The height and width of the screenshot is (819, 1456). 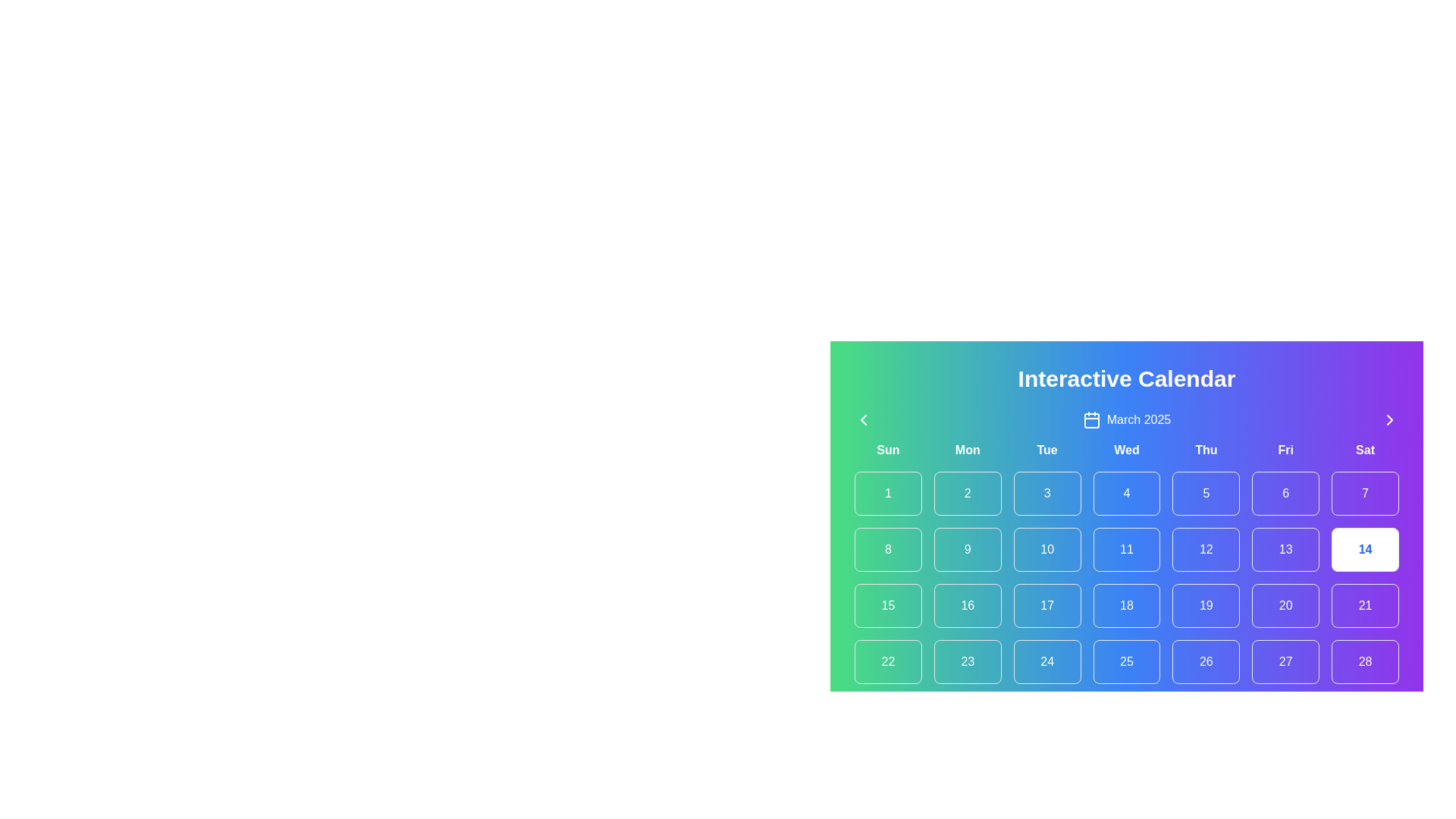 What do you see at coordinates (1046, 604) in the screenshot?
I see `the date selection button for the 17th in the calendar interface` at bounding box center [1046, 604].